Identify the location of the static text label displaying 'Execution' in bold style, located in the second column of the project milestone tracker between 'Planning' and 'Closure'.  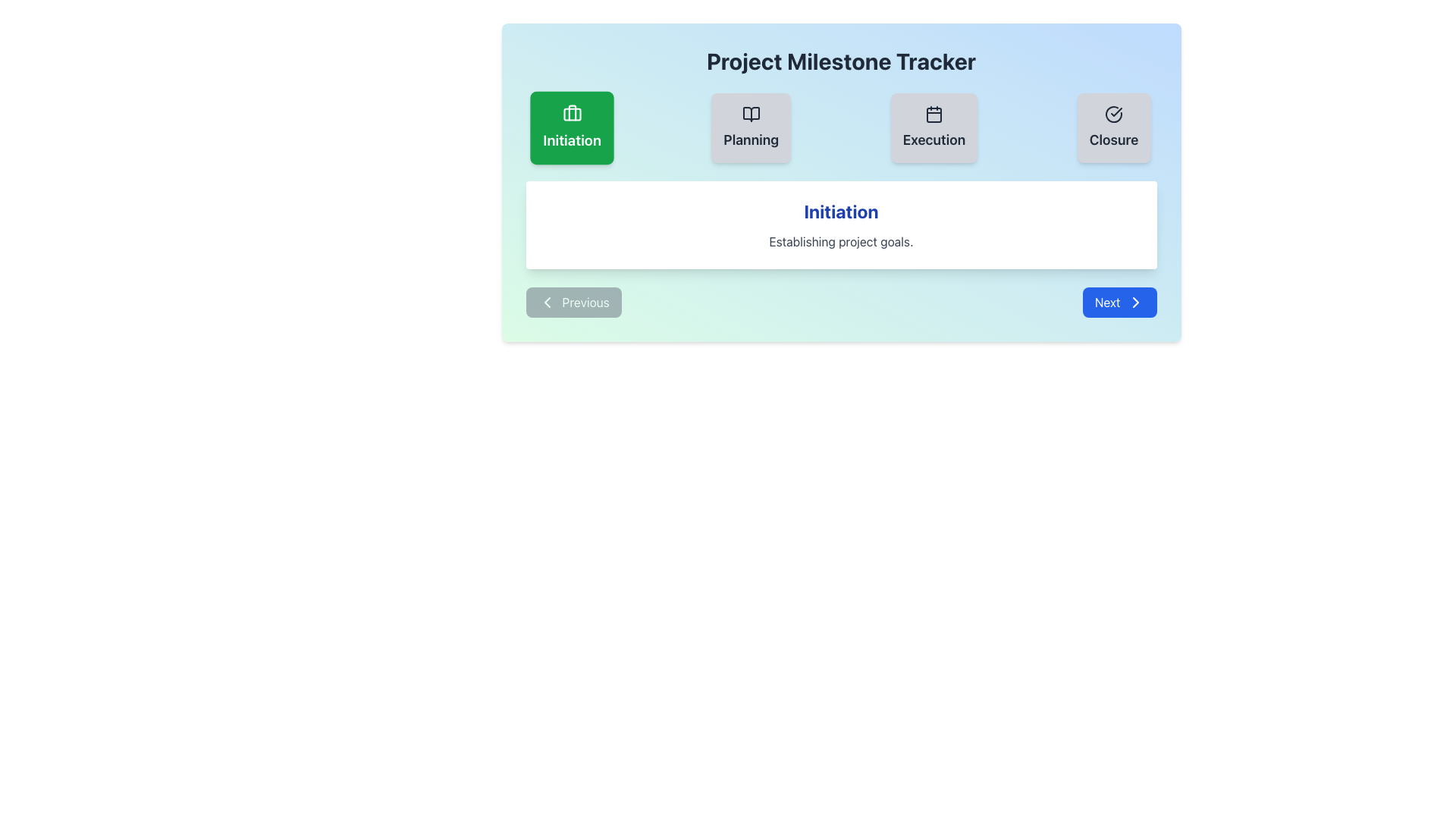
(933, 140).